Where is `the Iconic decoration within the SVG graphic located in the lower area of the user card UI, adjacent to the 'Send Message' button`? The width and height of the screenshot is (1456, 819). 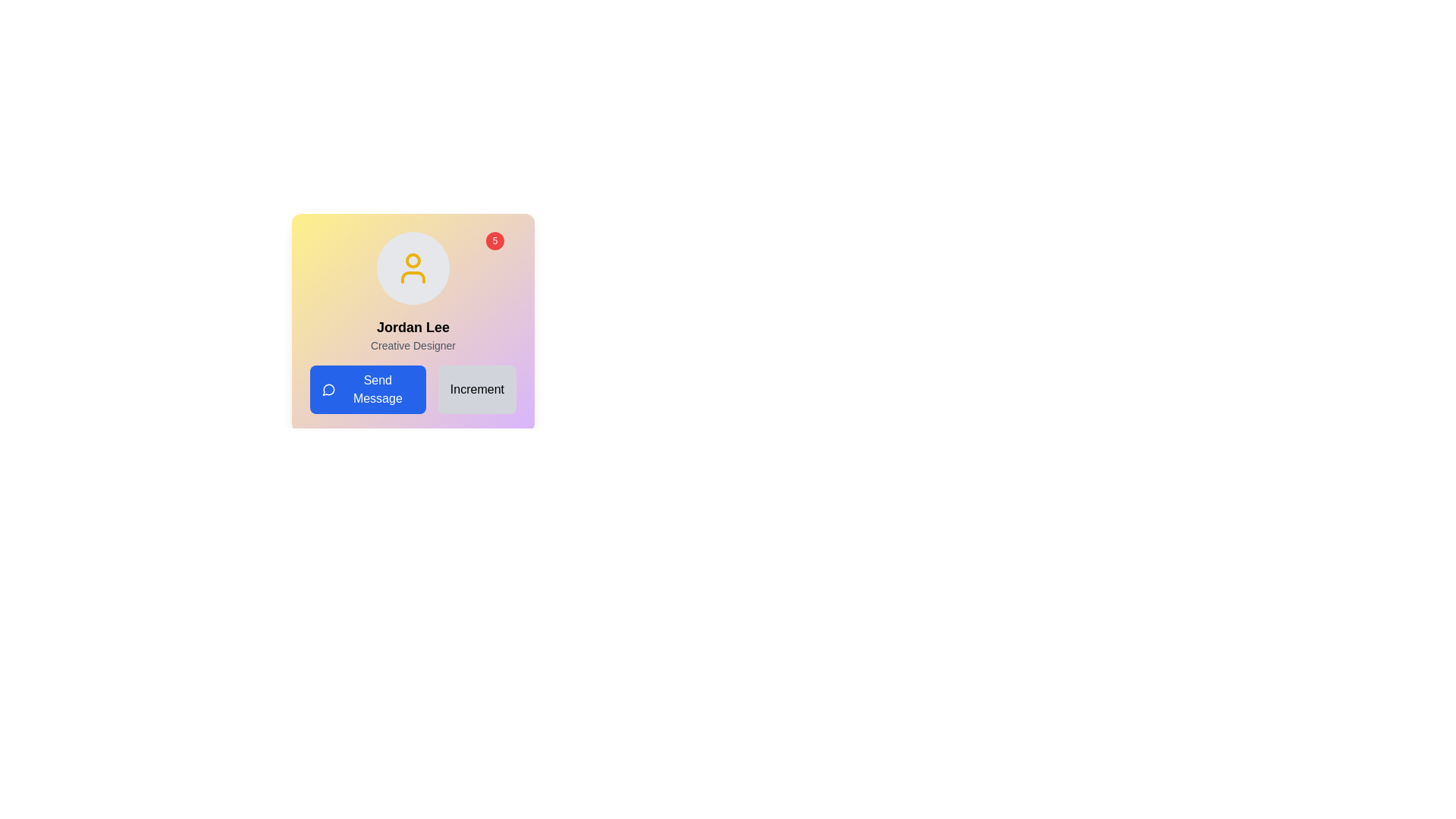
the Iconic decoration within the SVG graphic located in the lower area of the user card UI, adjacent to the 'Send Message' button is located at coordinates (328, 389).